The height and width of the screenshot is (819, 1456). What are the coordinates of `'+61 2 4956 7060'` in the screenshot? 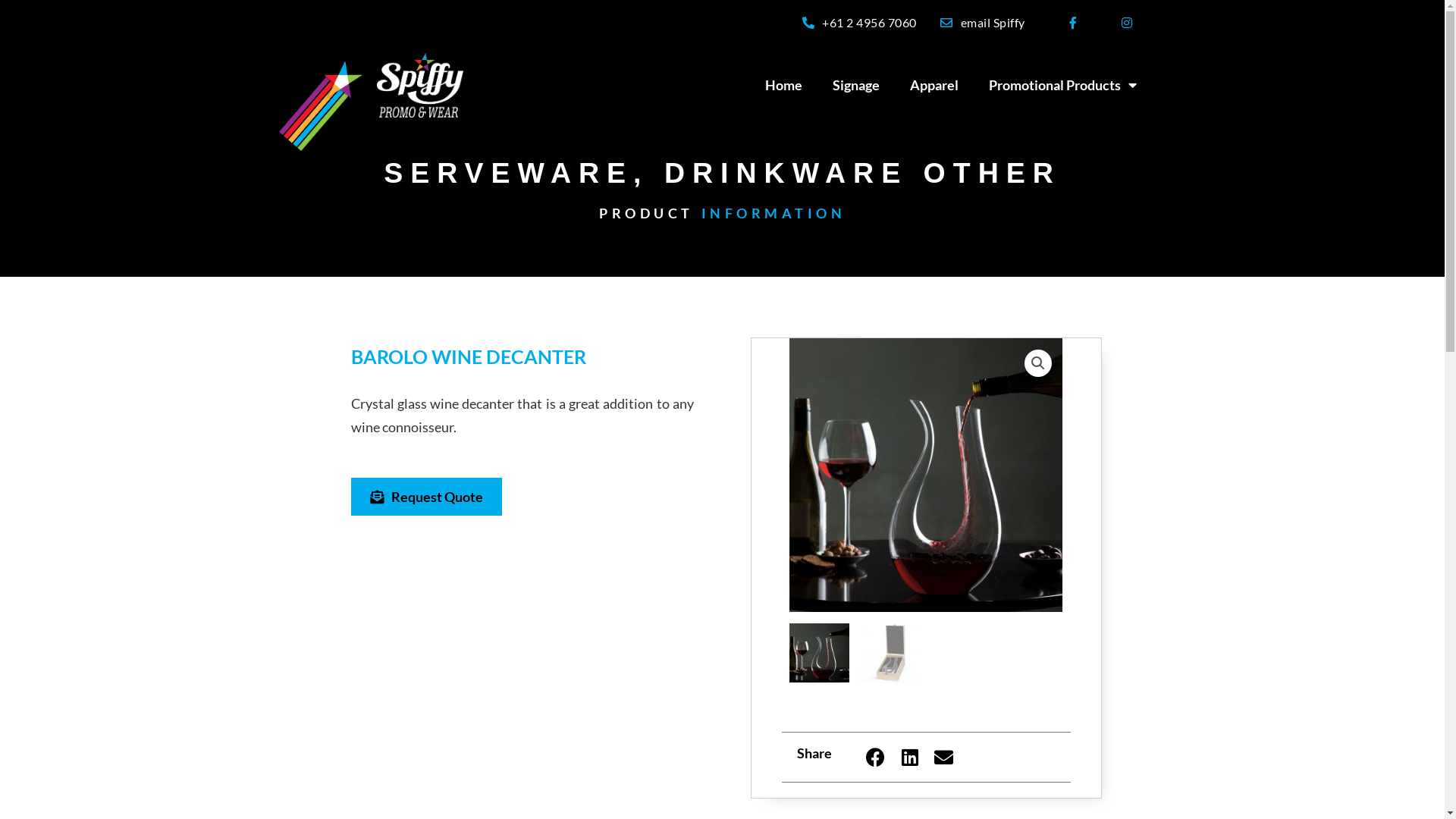 It's located at (858, 22).